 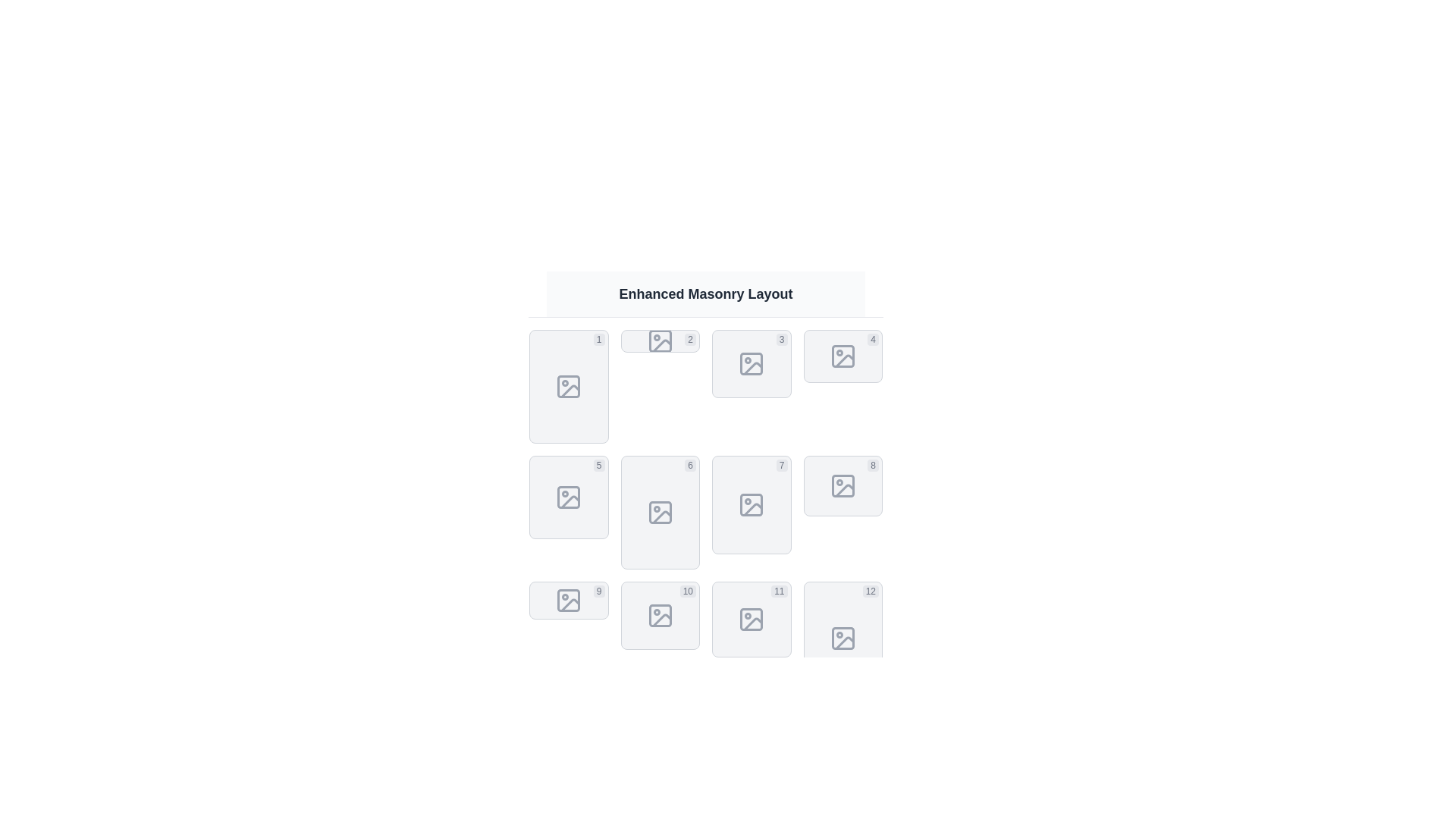 What do you see at coordinates (598, 590) in the screenshot?
I see `the small rectangular badge with rounded corners displaying the numeric text '9', located at the top-right corner of a larger card element` at bounding box center [598, 590].